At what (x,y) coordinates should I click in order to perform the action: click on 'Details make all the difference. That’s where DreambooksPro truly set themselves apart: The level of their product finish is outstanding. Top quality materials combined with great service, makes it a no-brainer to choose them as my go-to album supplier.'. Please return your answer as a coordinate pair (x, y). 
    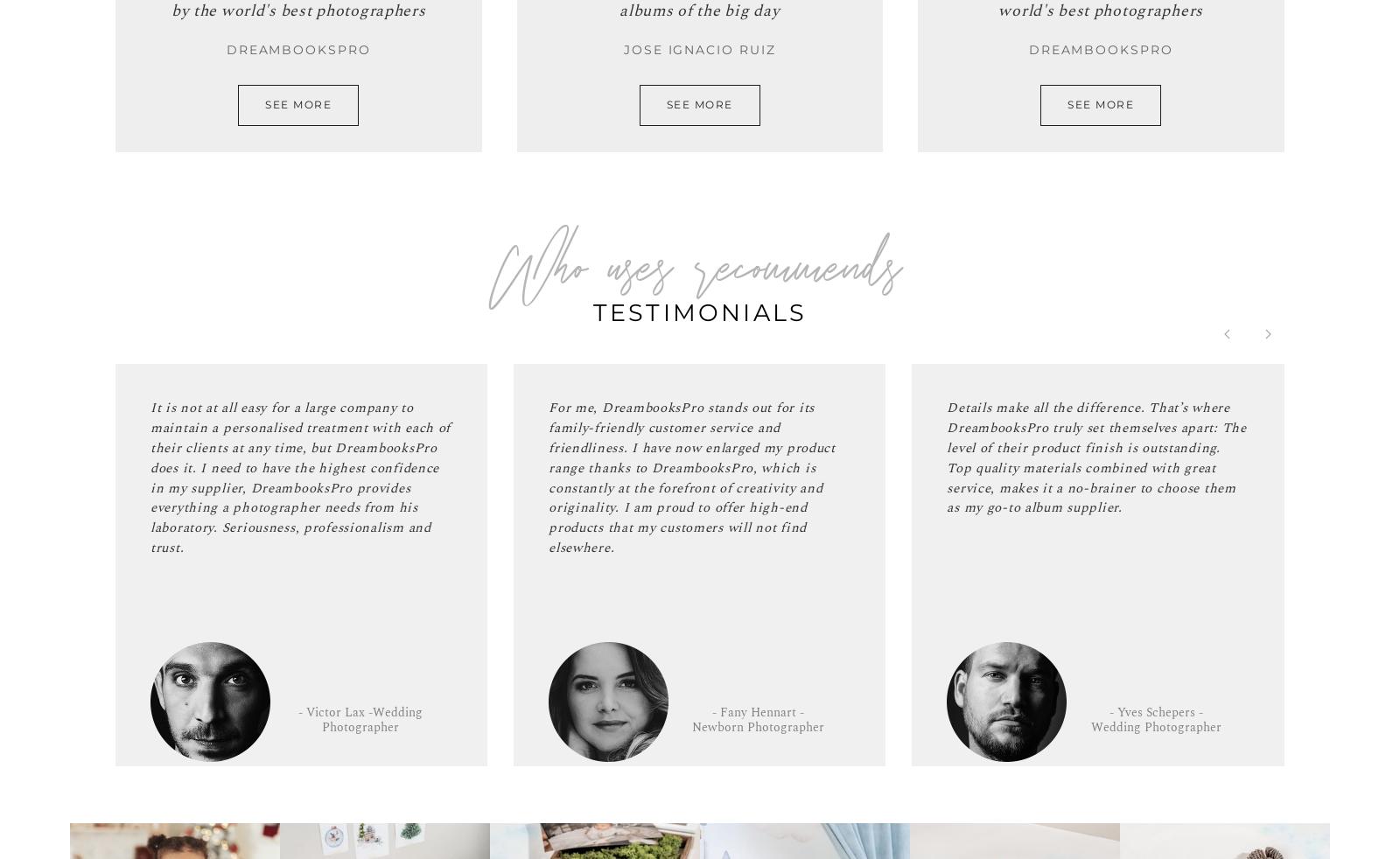
    Looking at the image, I should click on (1095, 457).